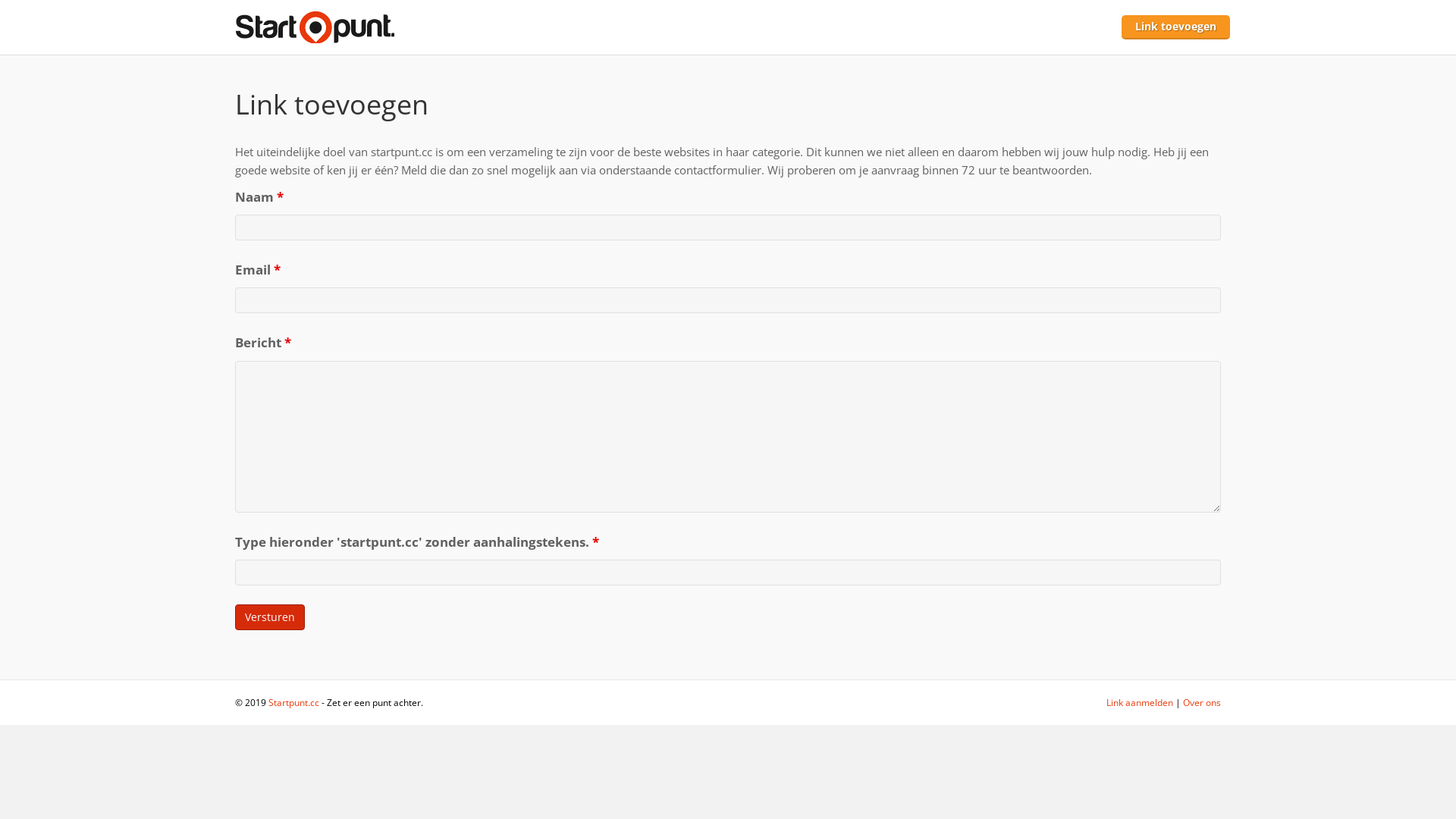 This screenshot has width=1456, height=819. What do you see at coordinates (1200, 702) in the screenshot?
I see `'Over ons'` at bounding box center [1200, 702].